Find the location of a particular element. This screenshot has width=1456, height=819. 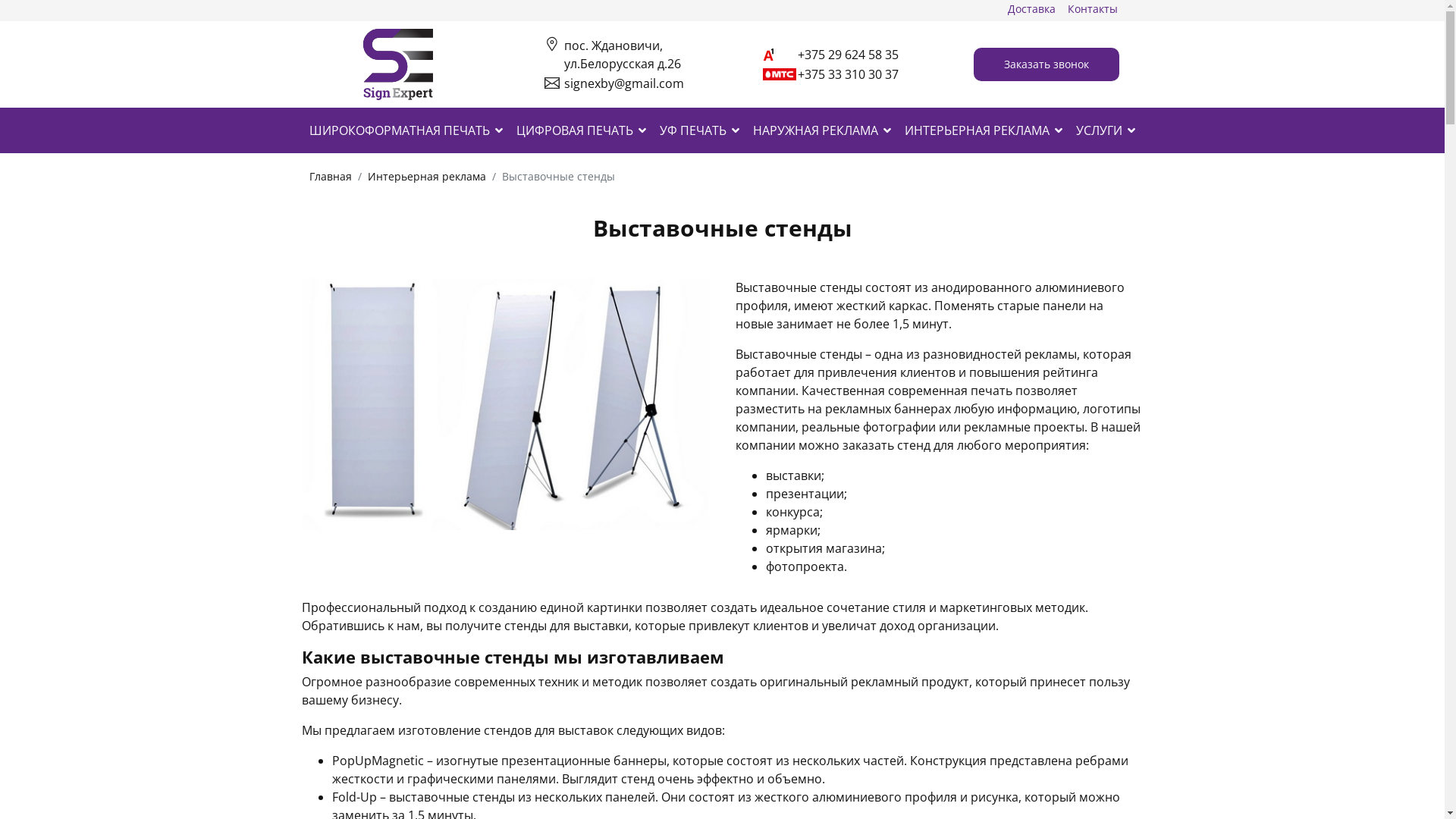

'signexby@gmail.com' is located at coordinates (623, 83).